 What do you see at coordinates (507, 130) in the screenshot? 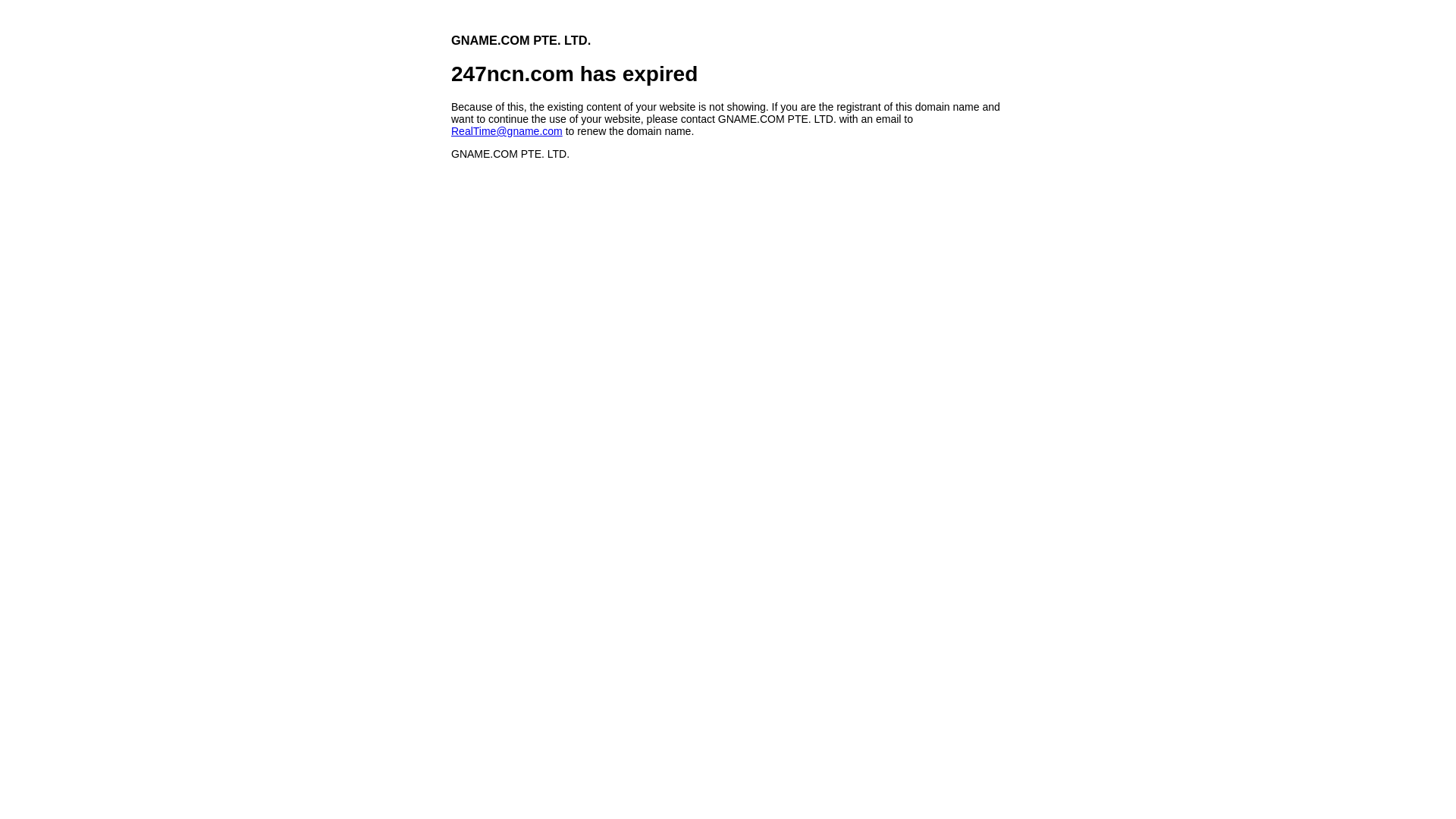
I see `'RealTime@gname.com'` at bounding box center [507, 130].